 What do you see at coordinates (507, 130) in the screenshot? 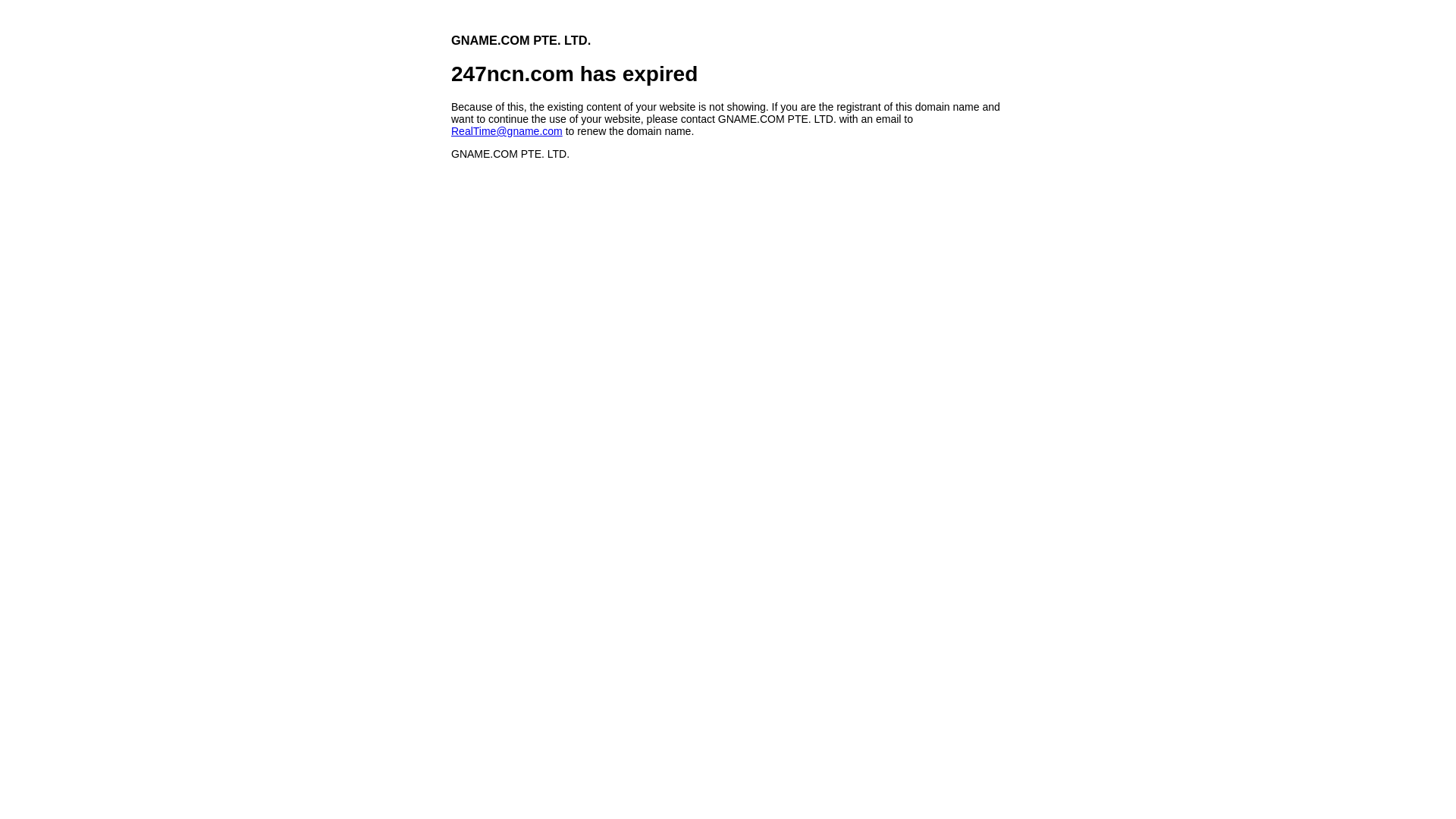
I see `'RealTime@gname.com'` at bounding box center [507, 130].